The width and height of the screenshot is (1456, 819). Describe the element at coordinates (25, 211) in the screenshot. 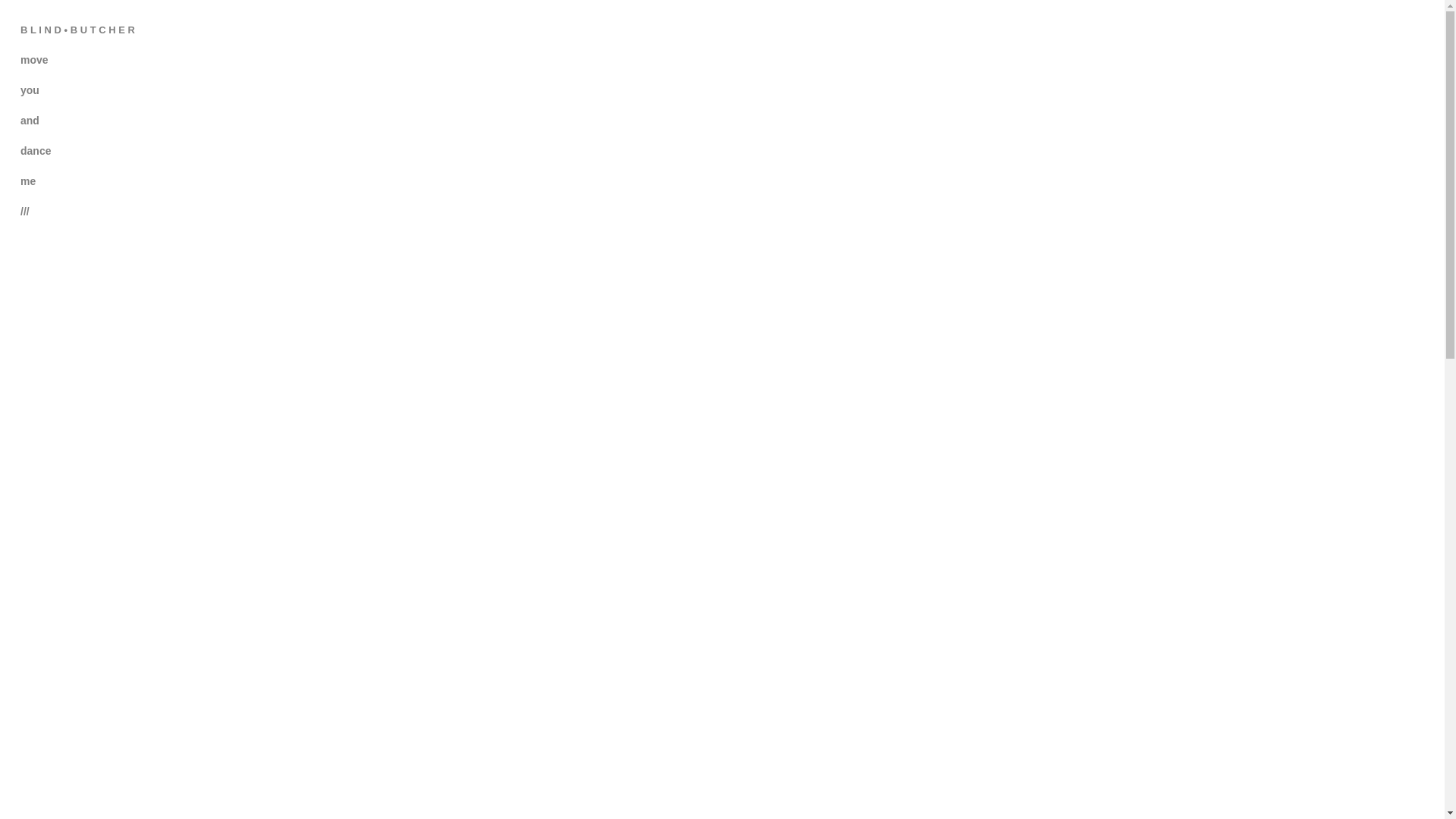

I see `'///'` at that location.